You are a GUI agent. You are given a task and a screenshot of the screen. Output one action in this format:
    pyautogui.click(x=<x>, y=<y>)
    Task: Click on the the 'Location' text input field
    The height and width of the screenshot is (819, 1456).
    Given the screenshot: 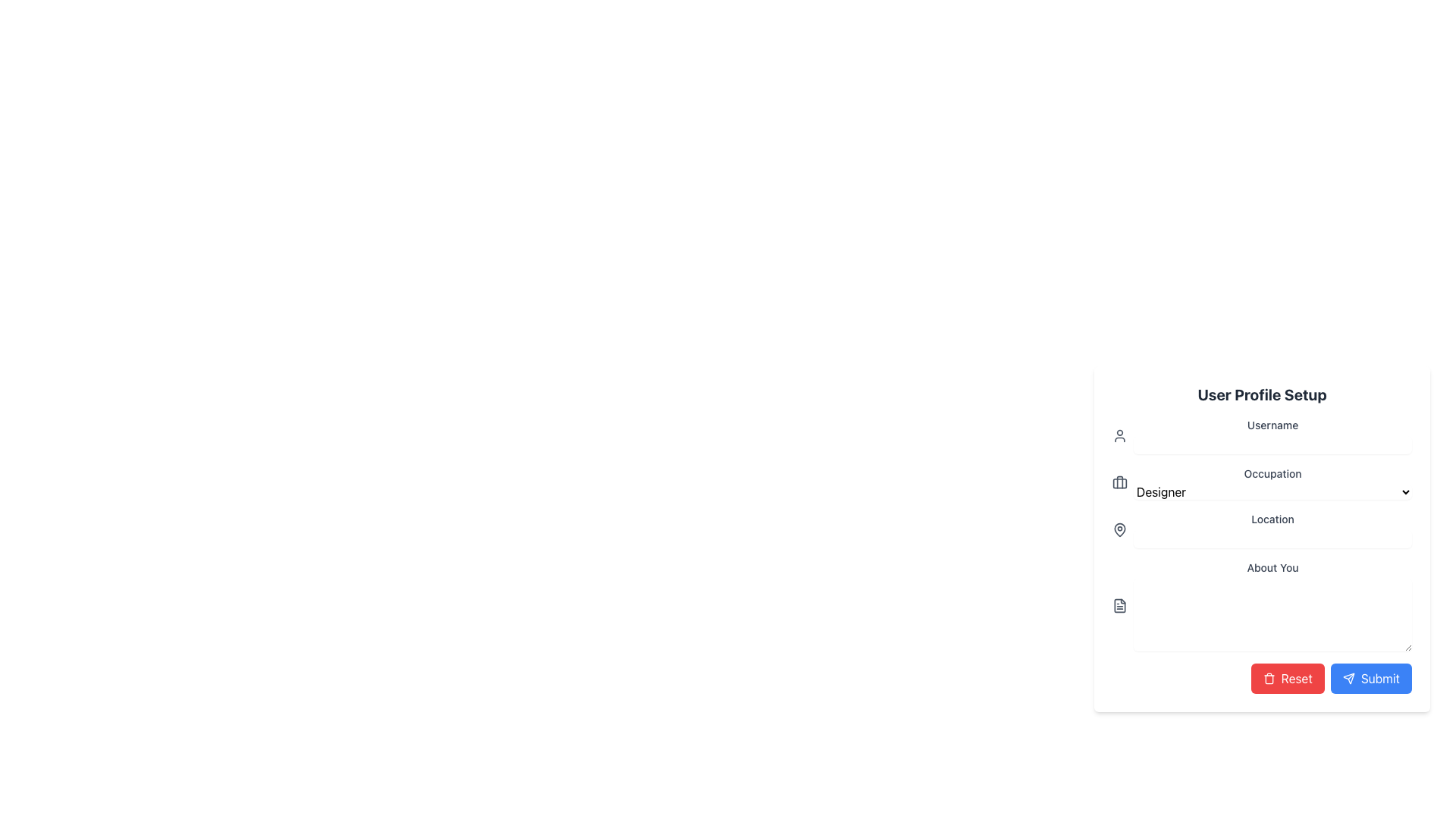 What is the action you would take?
    pyautogui.click(x=1272, y=529)
    